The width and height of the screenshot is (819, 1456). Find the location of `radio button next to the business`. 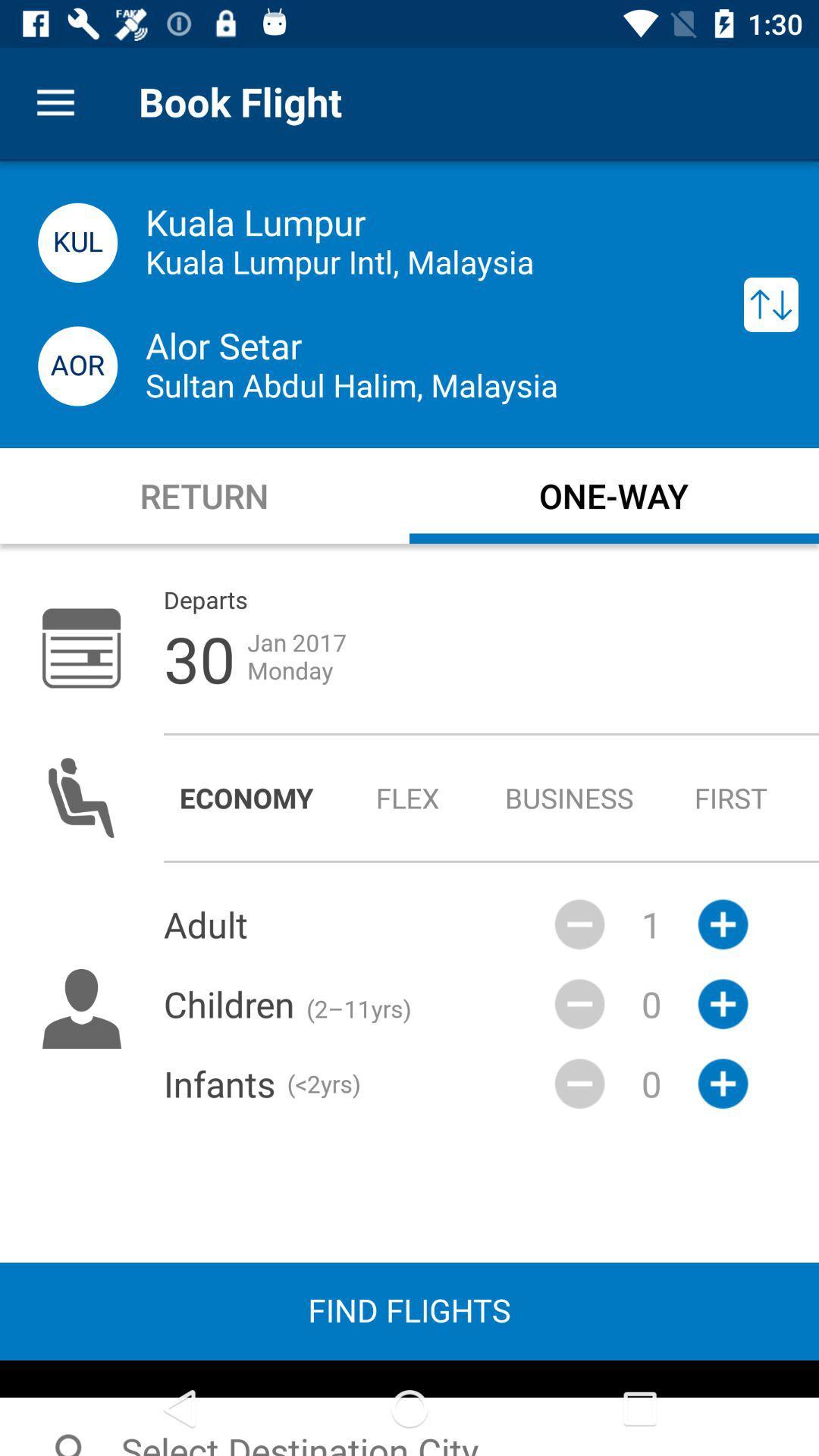

radio button next to the business is located at coordinates (730, 797).